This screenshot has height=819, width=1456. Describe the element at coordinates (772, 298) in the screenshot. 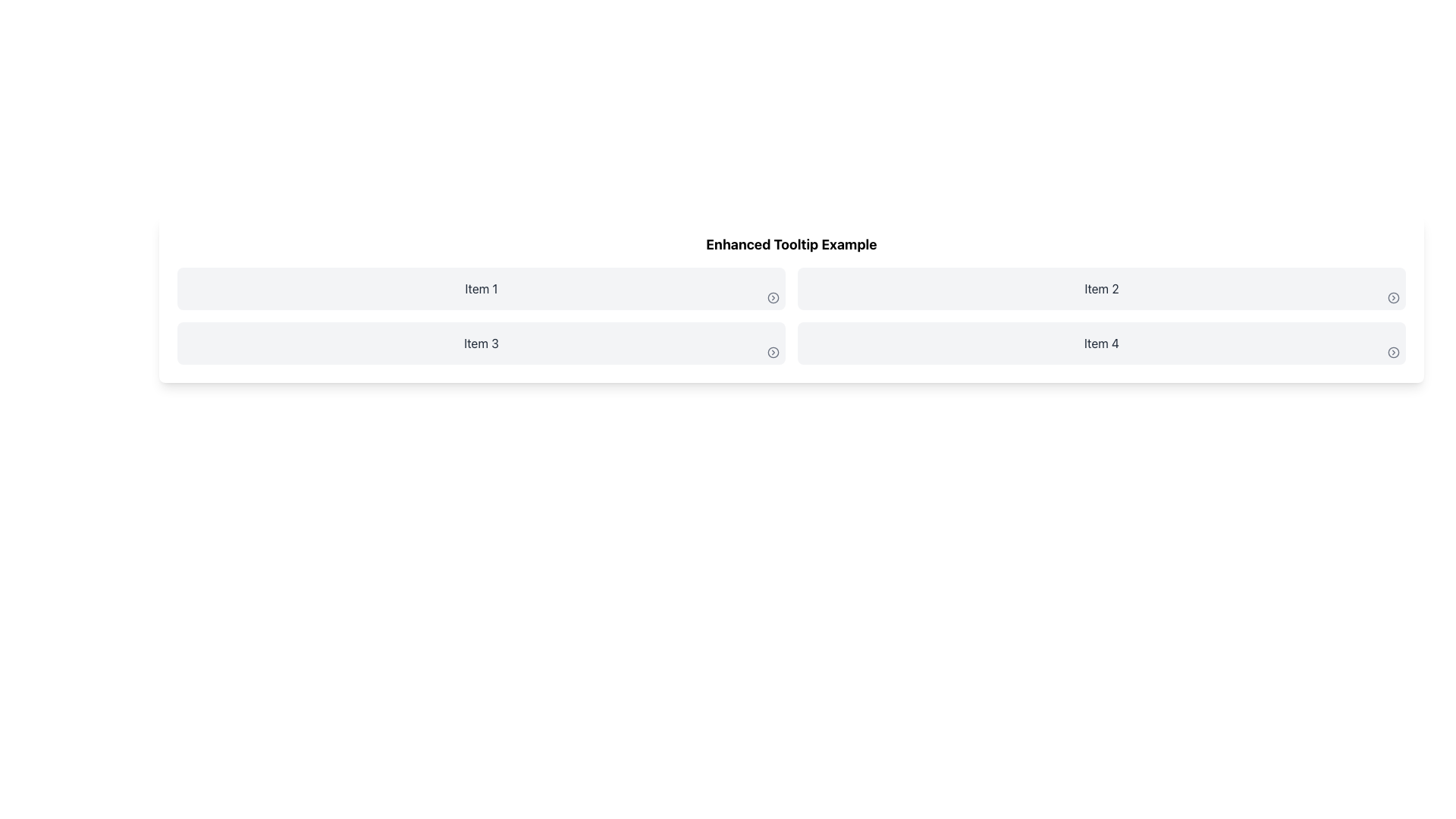

I see `the area surrounding the Circle graphic associated with 'Item 1' in the top-right corner of its label` at that location.